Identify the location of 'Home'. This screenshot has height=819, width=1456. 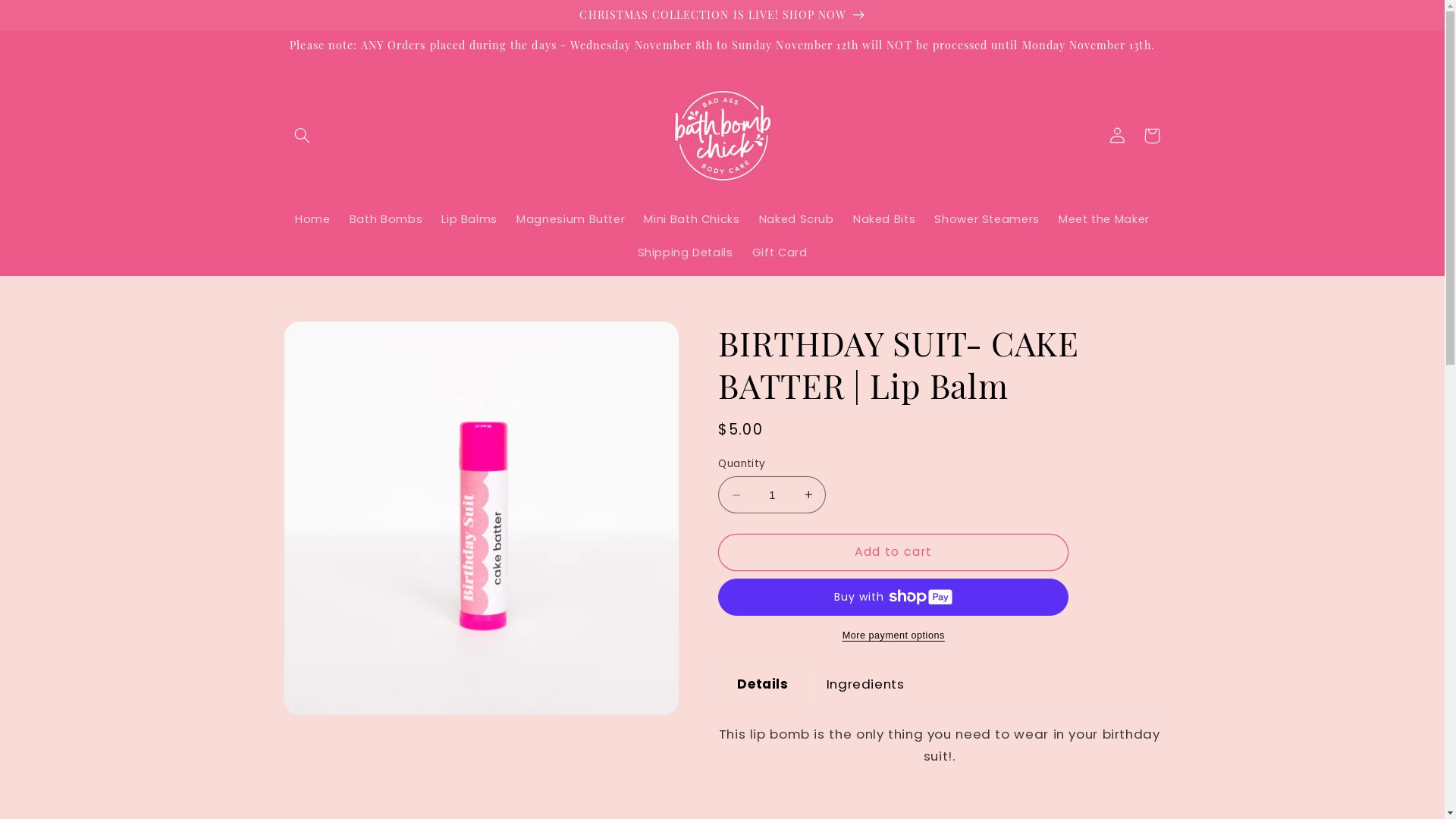
(312, 219).